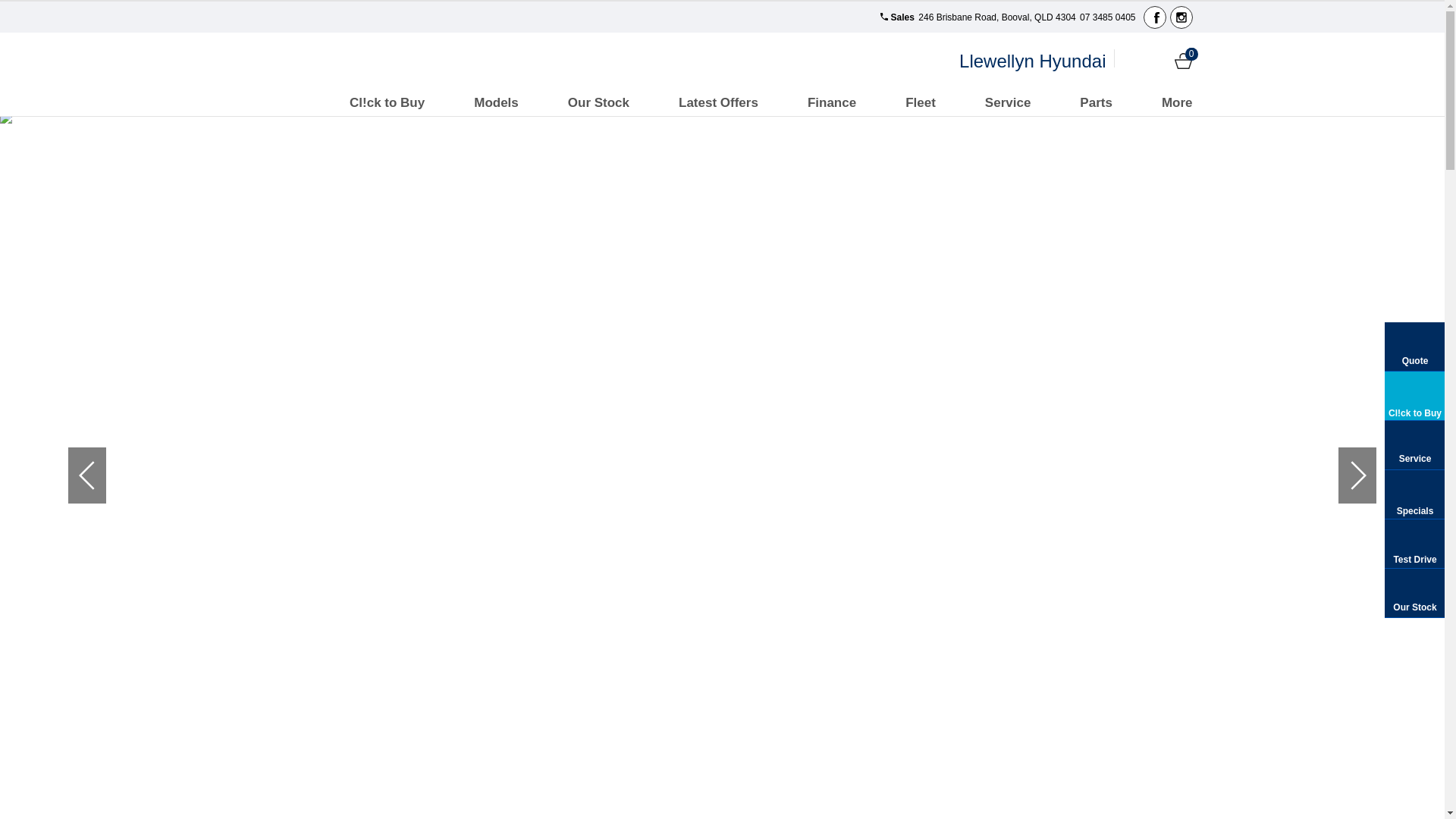  Describe the element at coordinates (1106, 17) in the screenshot. I see `'07 3485 0405'` at that location.